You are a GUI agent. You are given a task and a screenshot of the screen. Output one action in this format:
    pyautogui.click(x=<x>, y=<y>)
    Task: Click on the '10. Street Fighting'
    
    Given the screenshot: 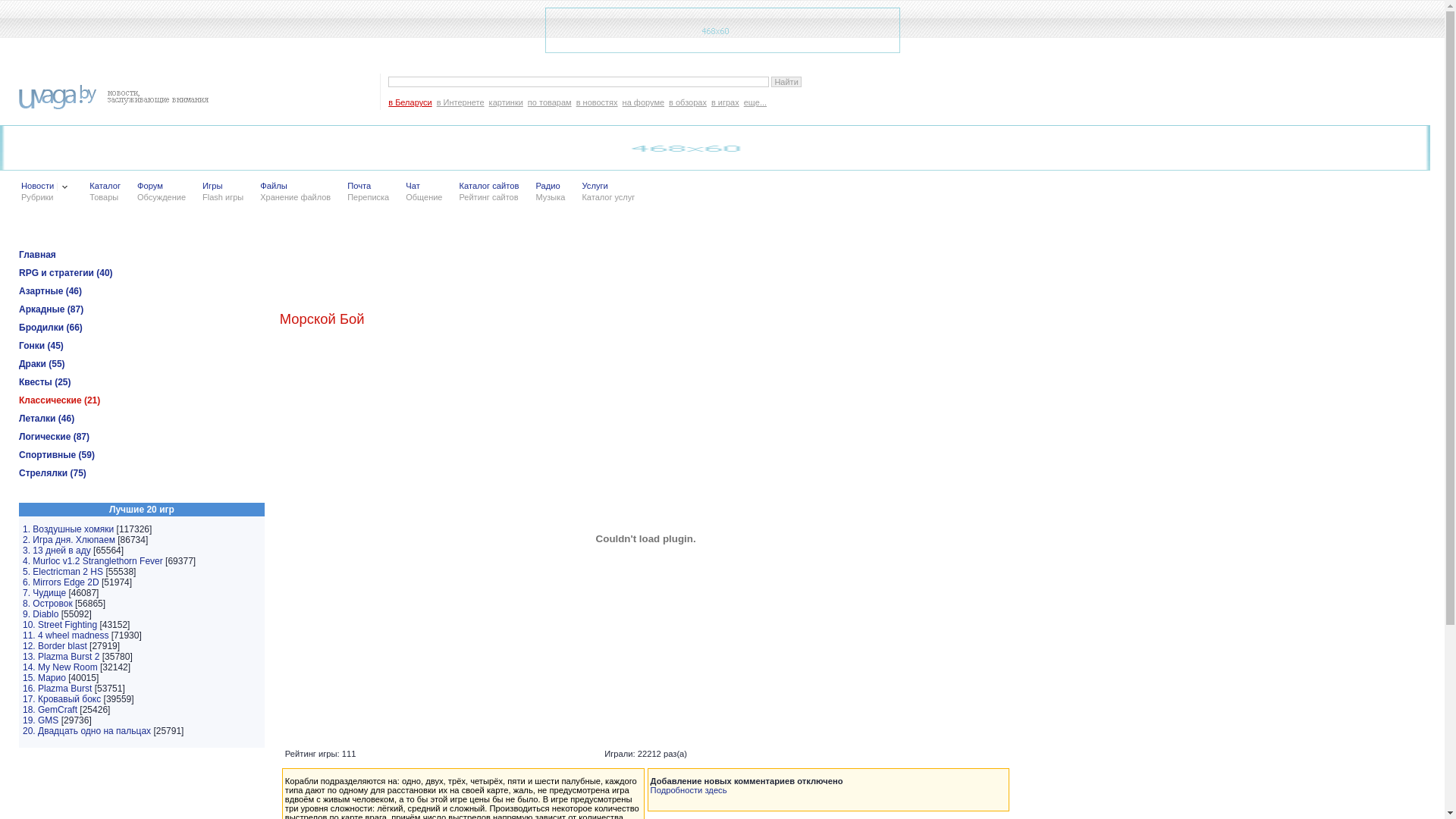 What is the action you would take?
    pyautogui.click(x=59, y=625)
    